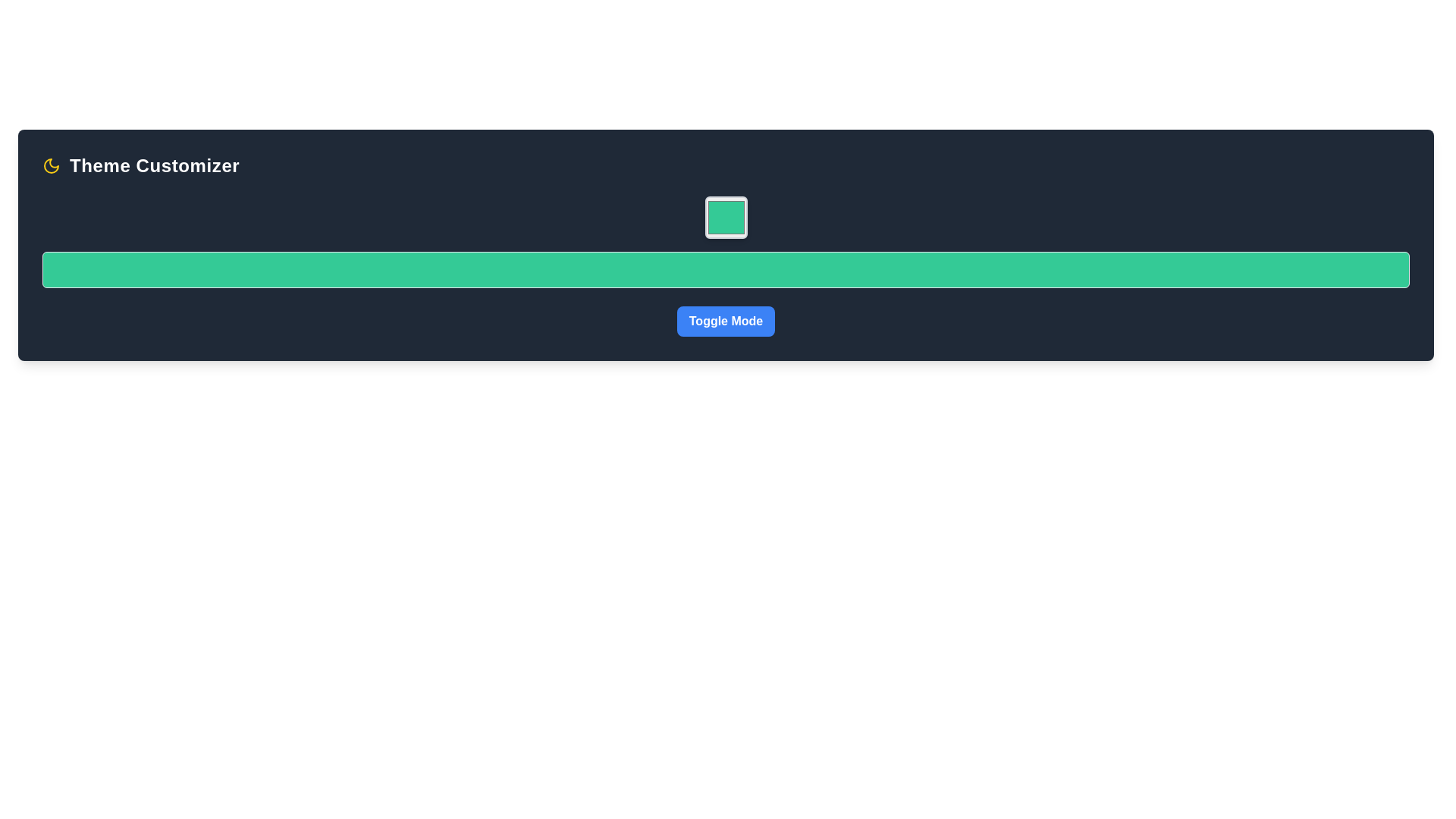 This screenshot has width=1456, height=819. I want to click on the static text label 'Theme Customizer', which is a bold and large sans-serif text aligned to the left of a moon icon in a dark background area, so click(155, 166).